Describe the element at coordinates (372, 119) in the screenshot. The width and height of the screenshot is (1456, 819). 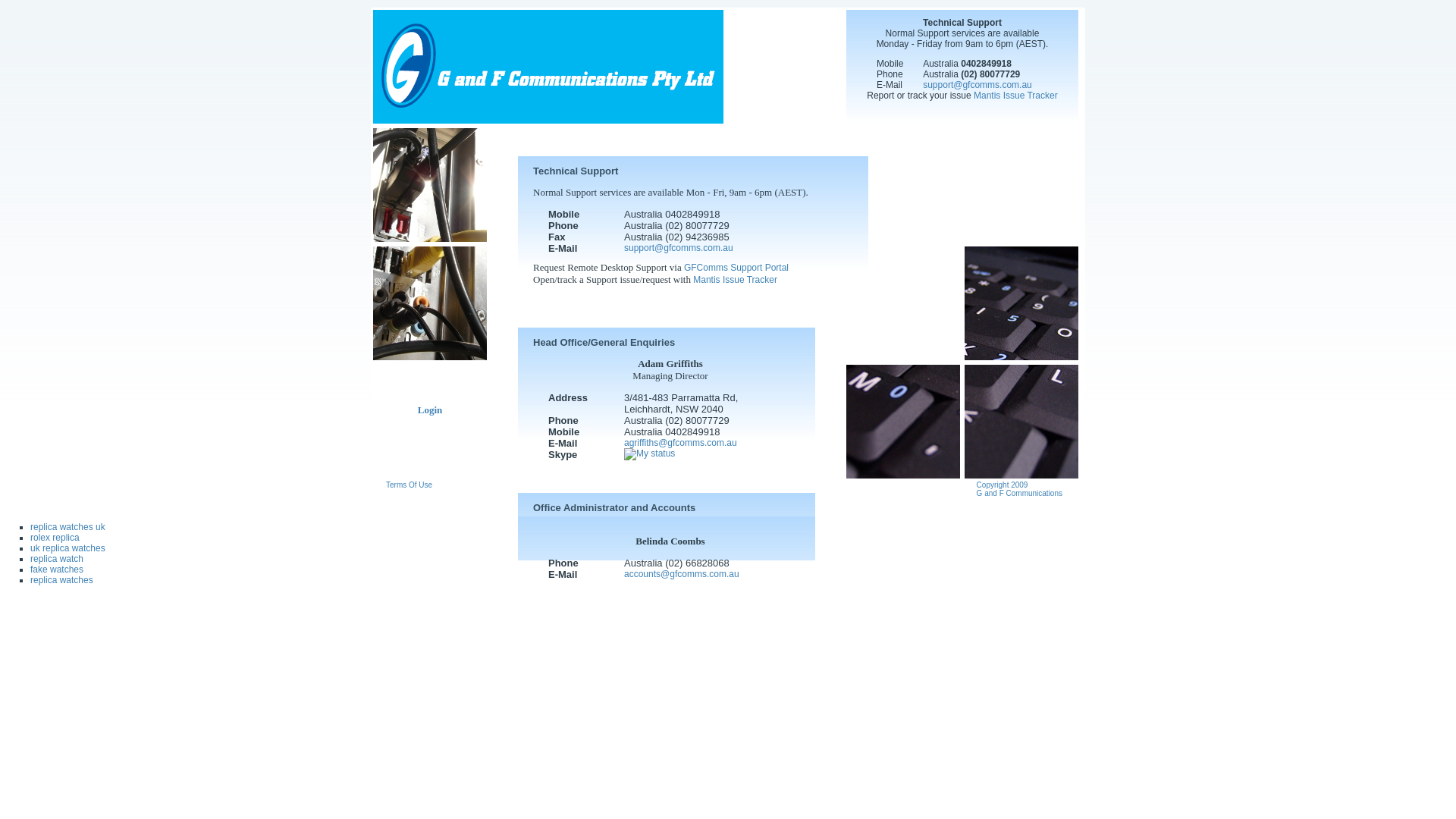
I see `'G and F Communications'` at that location.